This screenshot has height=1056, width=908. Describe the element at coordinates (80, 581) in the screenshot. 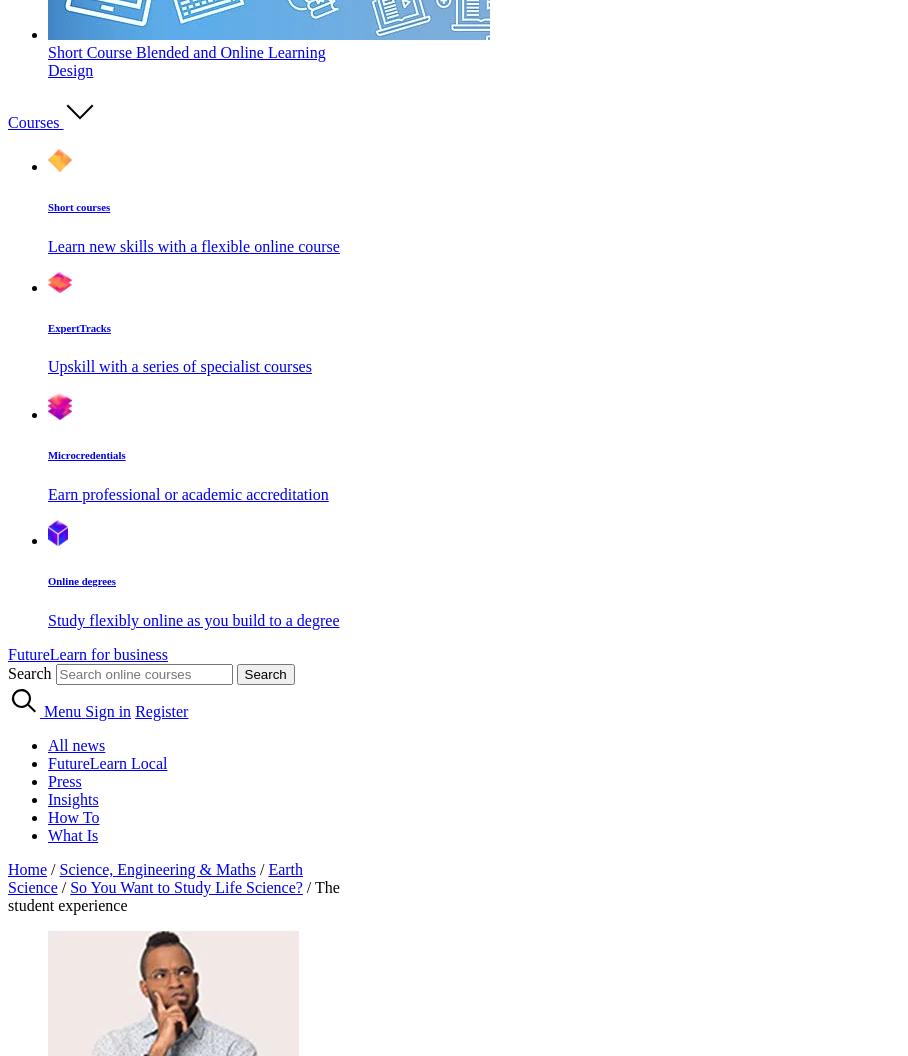

I see `'Online degrees'` at that location.